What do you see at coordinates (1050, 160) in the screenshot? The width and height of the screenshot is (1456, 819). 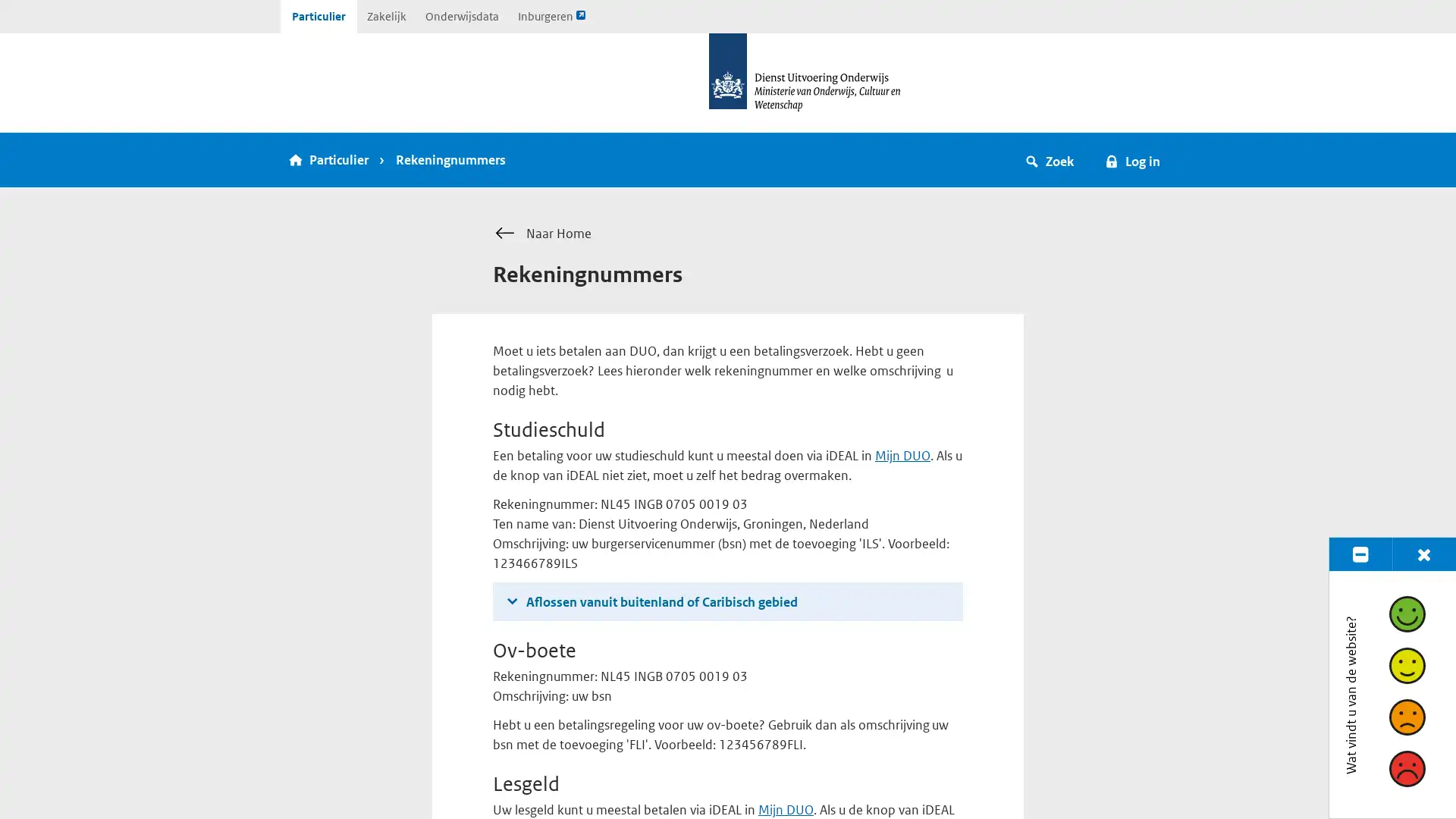 I see `Zoek` at bounding box center [1050, 160].